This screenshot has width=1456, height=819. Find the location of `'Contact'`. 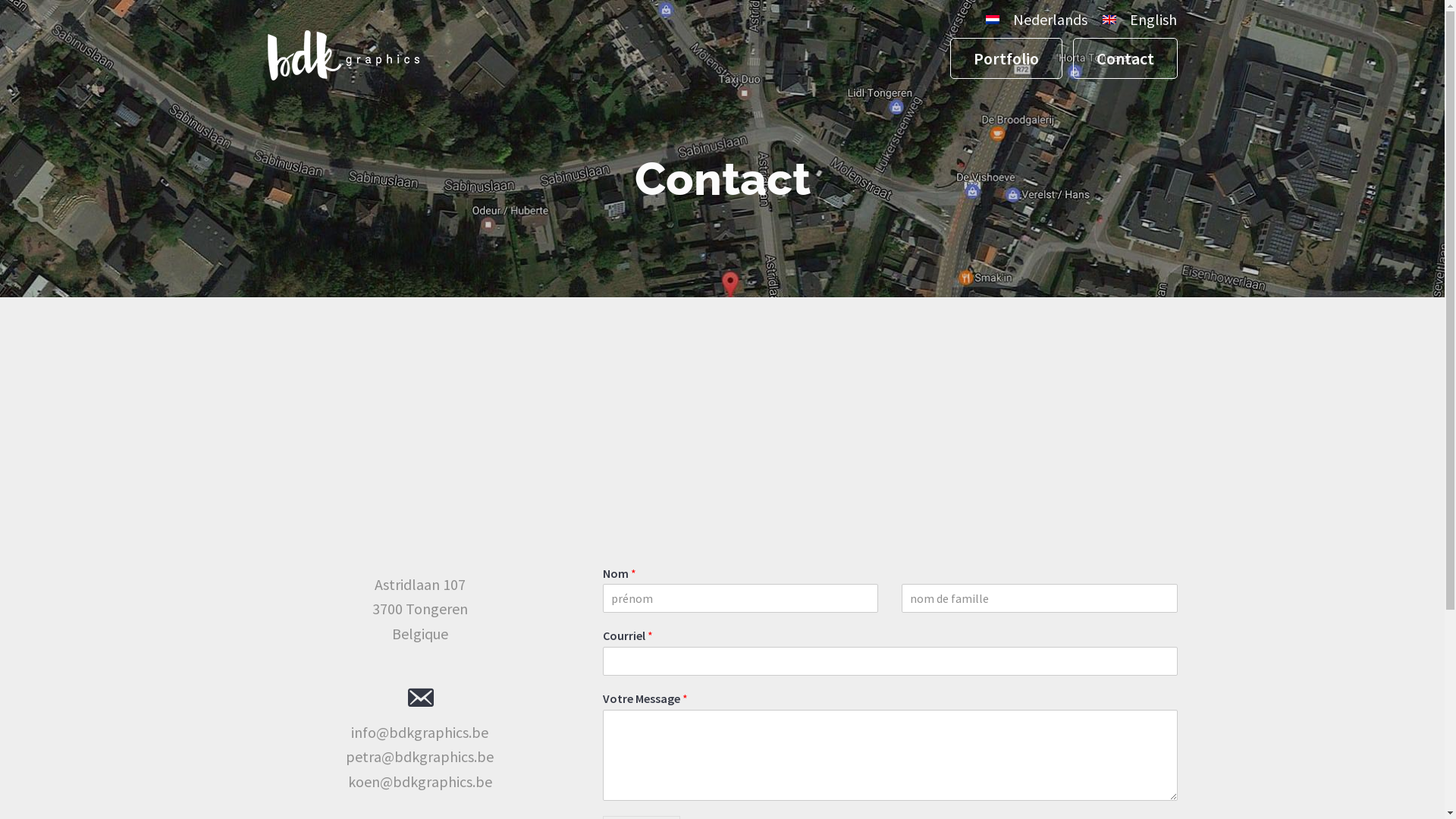

'Contact' is located at coordinates (1125, 58).